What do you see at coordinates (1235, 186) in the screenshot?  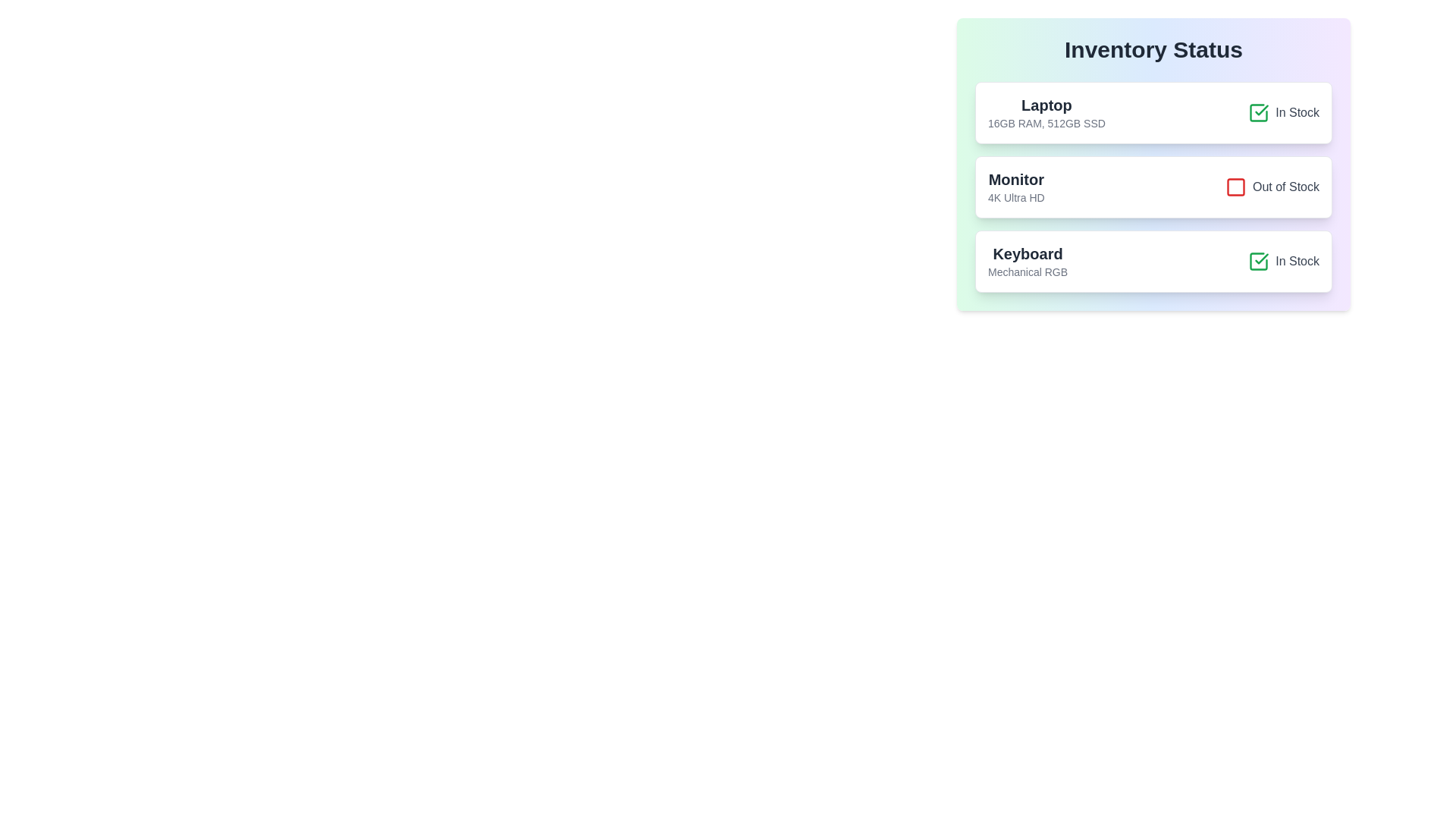 I see `'Out of Stock' status indicator icon for the inventory item titled 'Monitor' to debug its functionality` at bounding box center [1235, 186].